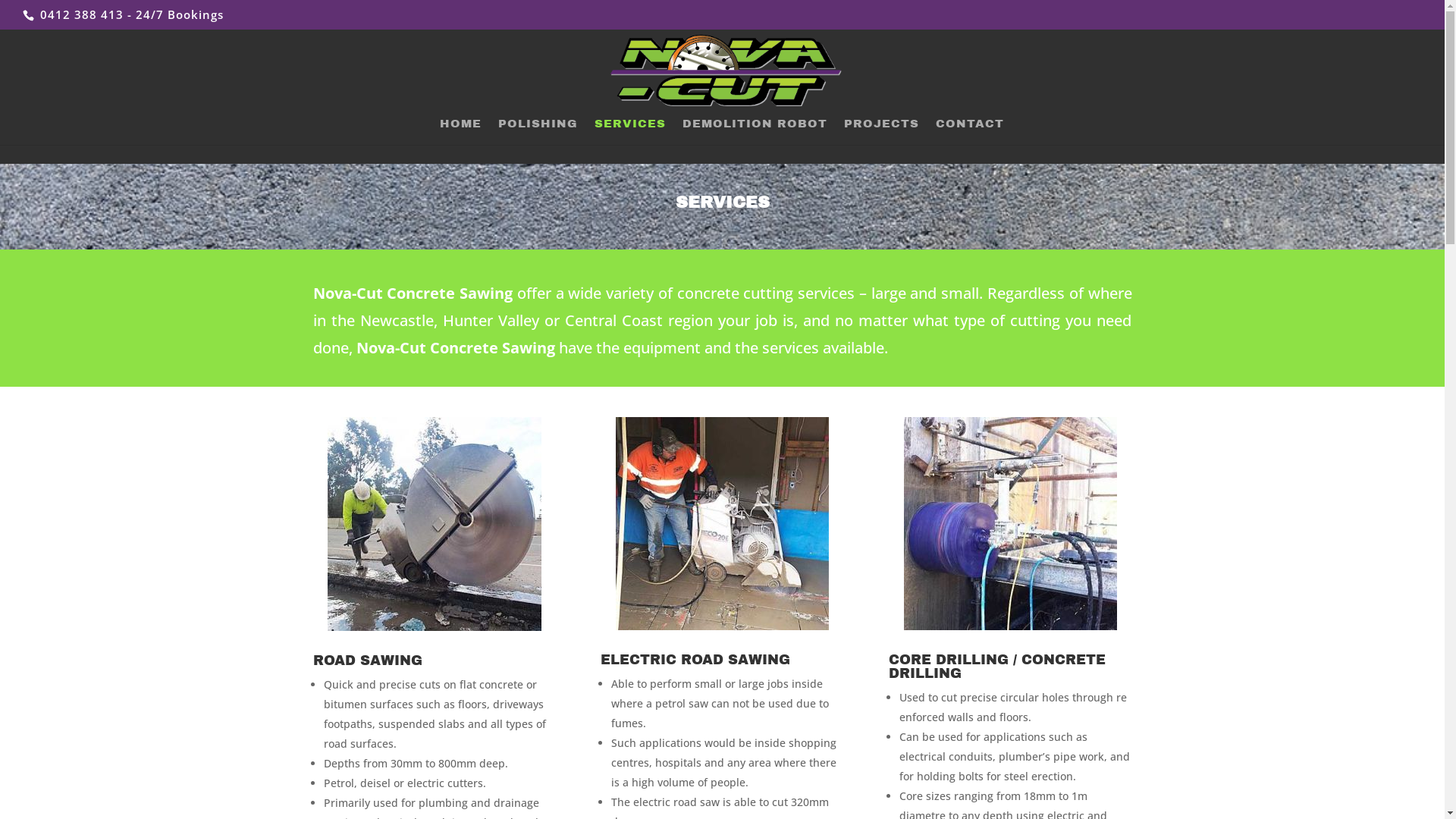 The width and height of the screenshot is (1456, 819). What do you see at coordinates (460, 130) in the screenshot?
I see `'HOME'` at bounding box center [460, 130].